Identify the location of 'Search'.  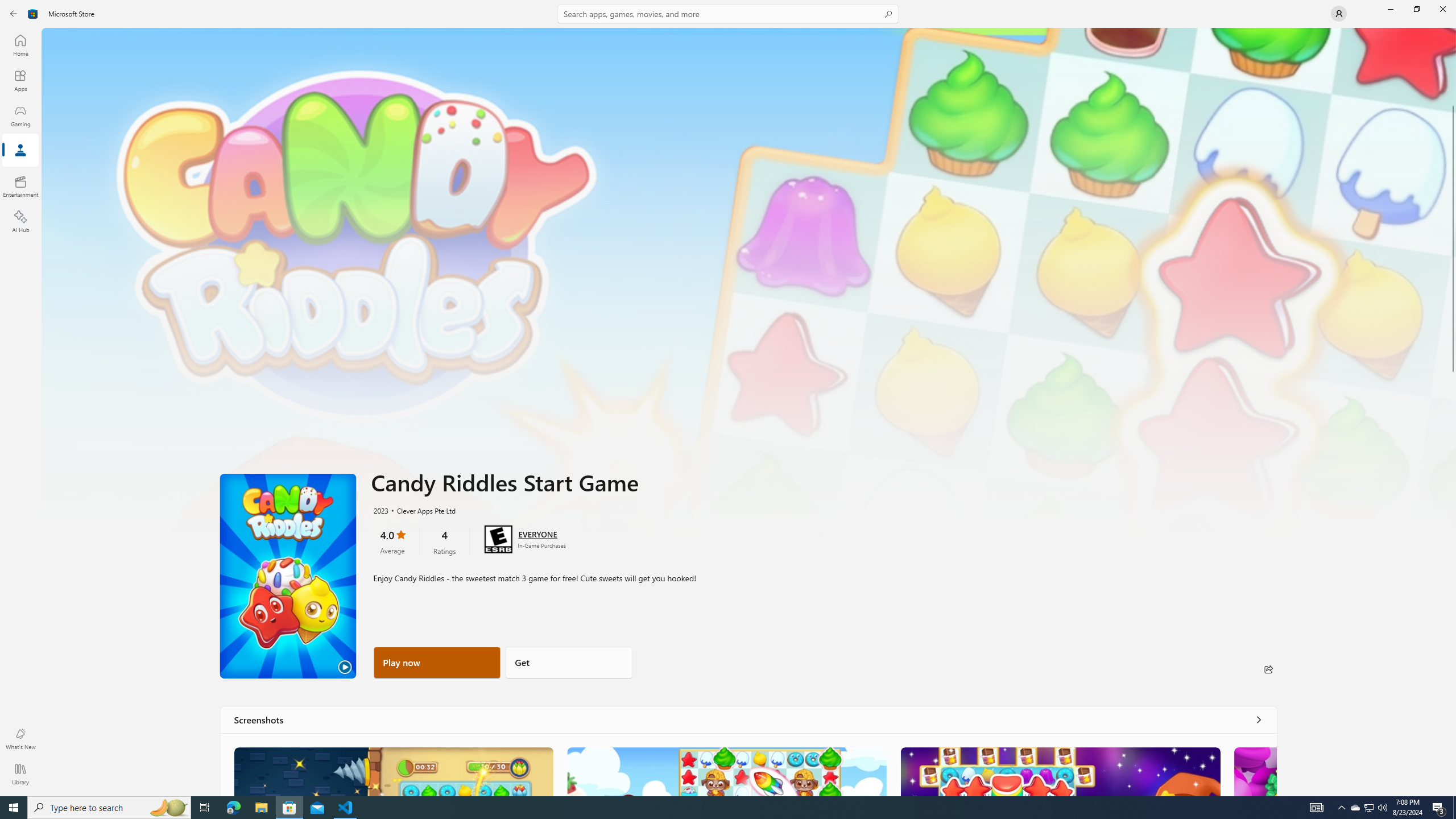
(728, 13).